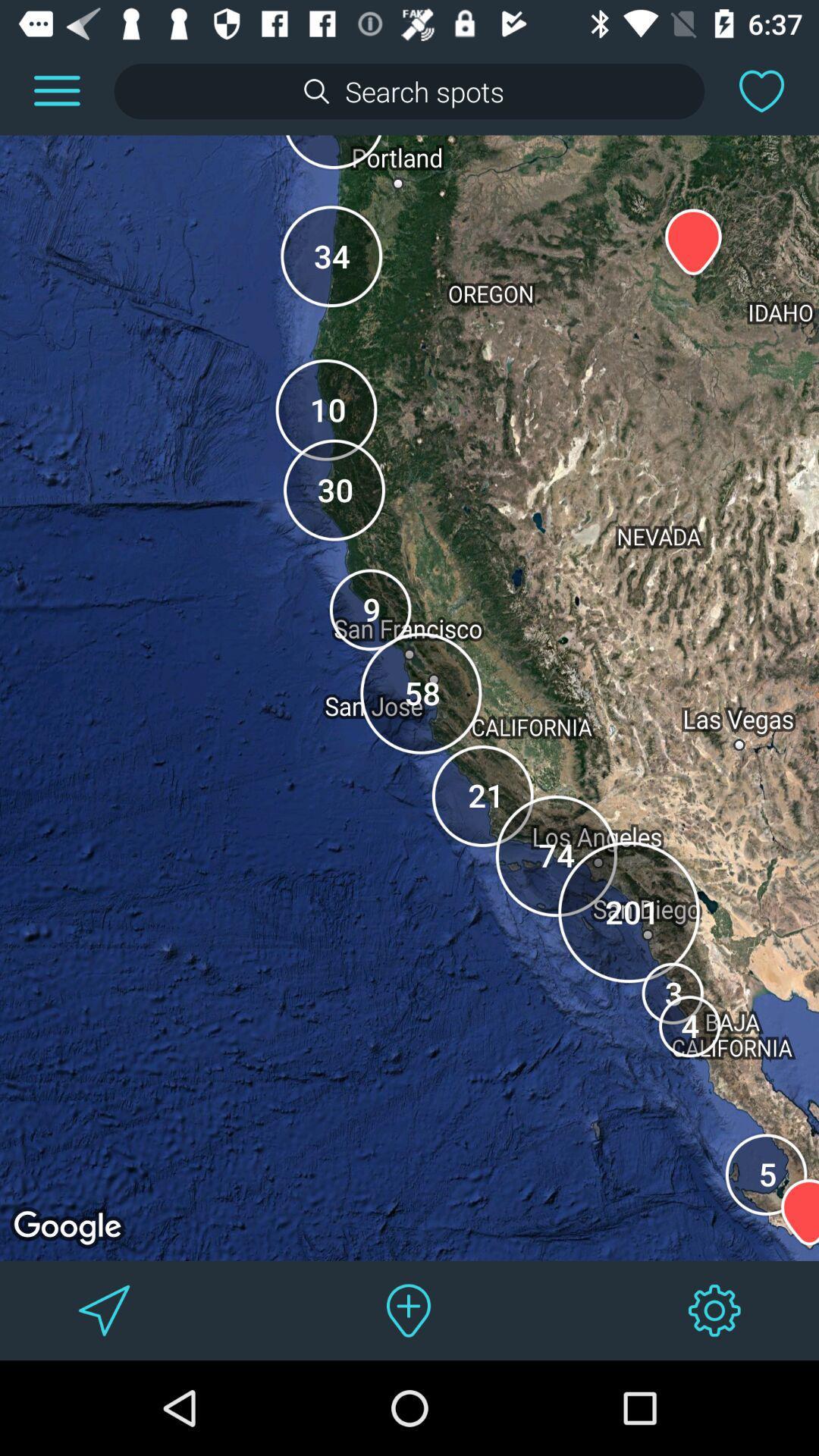 The width and height of the screenshot is (819, 1456). I want to click on search criteria, so click(409, 90).